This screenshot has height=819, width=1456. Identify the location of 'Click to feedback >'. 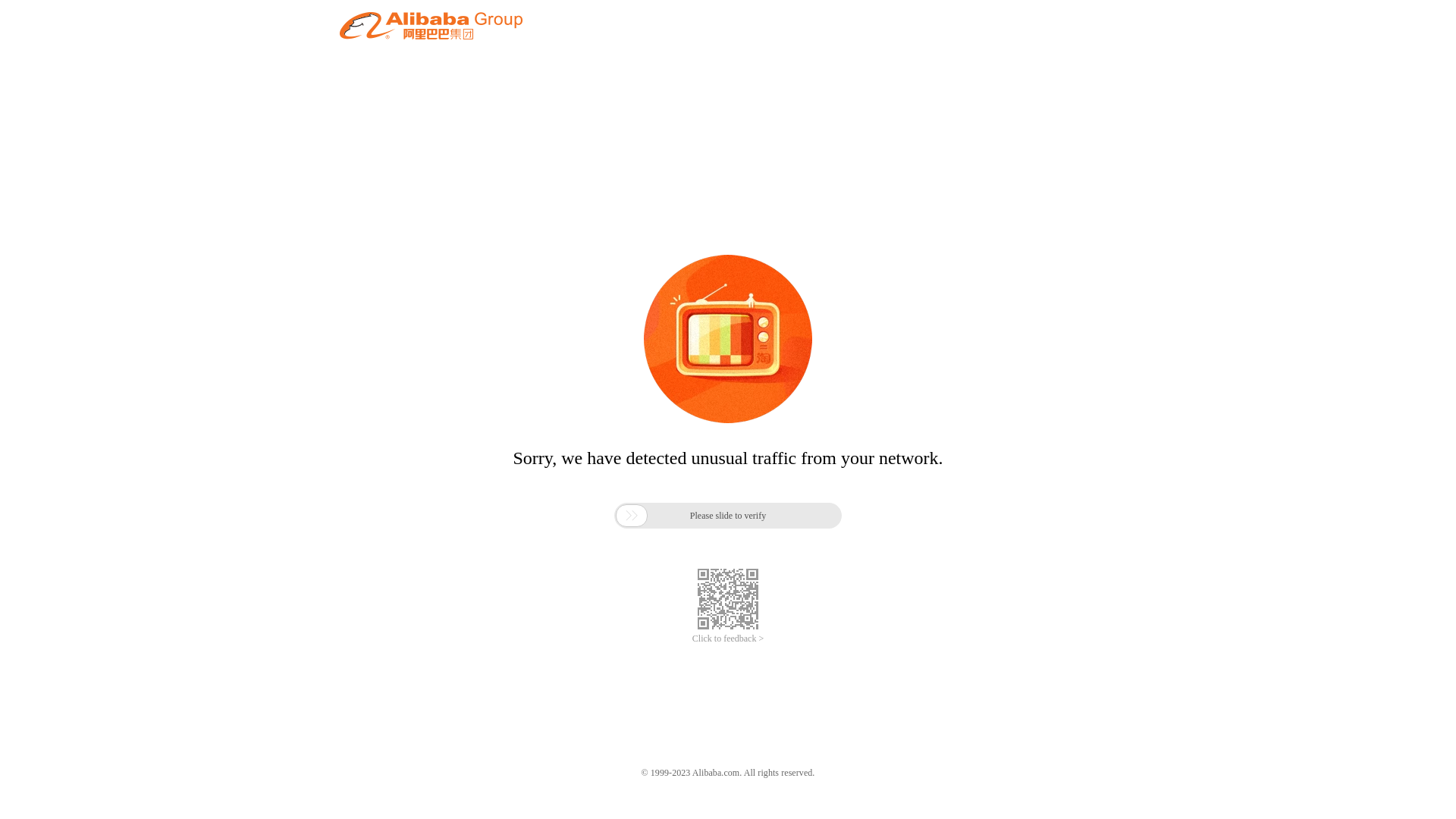
(691, 639).